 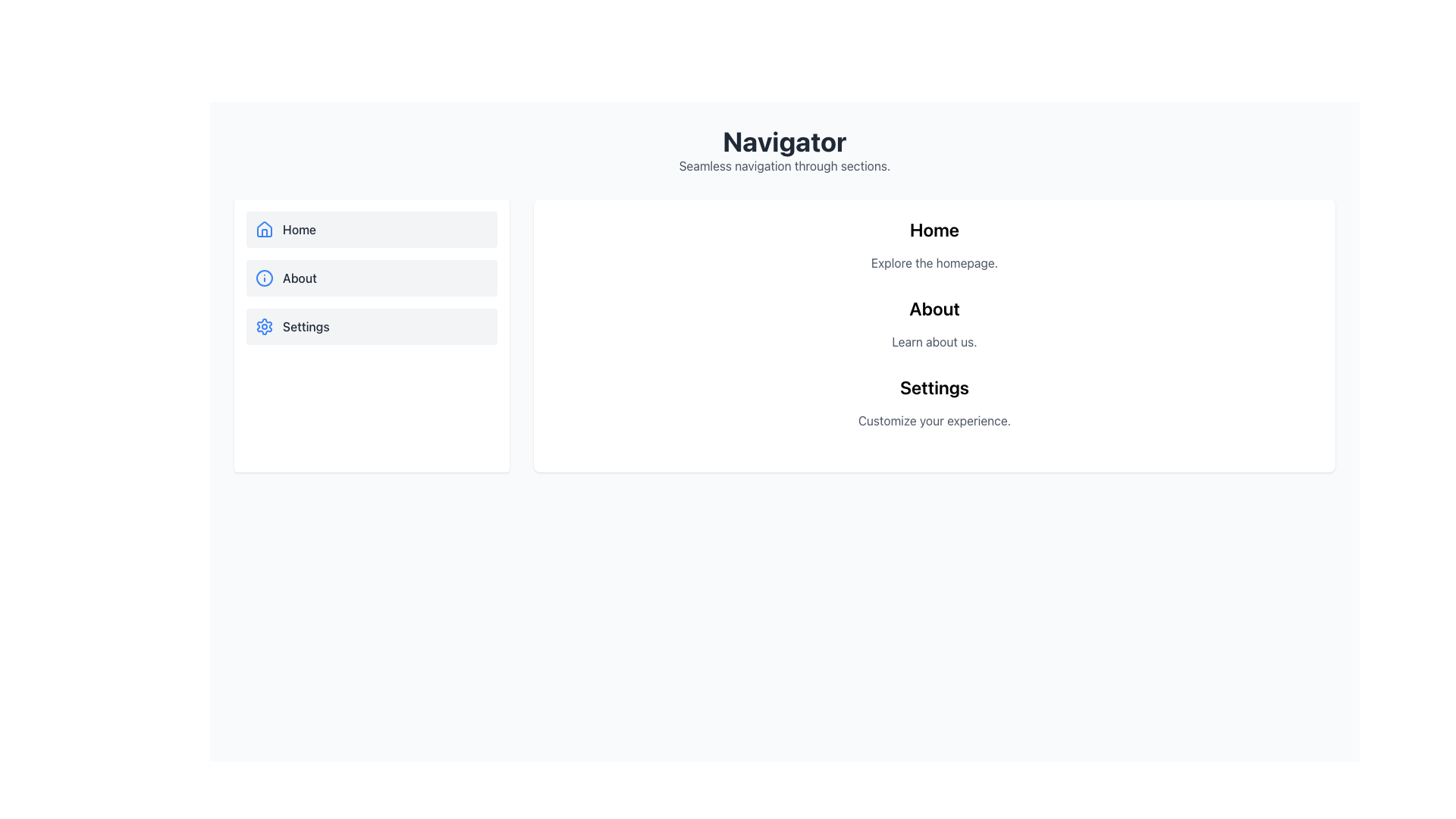 What do you see at coordinates (305, 326) in the screenshot?
I see `the 'Settings' text label in the clickable navigation menu item` at bounding box center [305, 326].